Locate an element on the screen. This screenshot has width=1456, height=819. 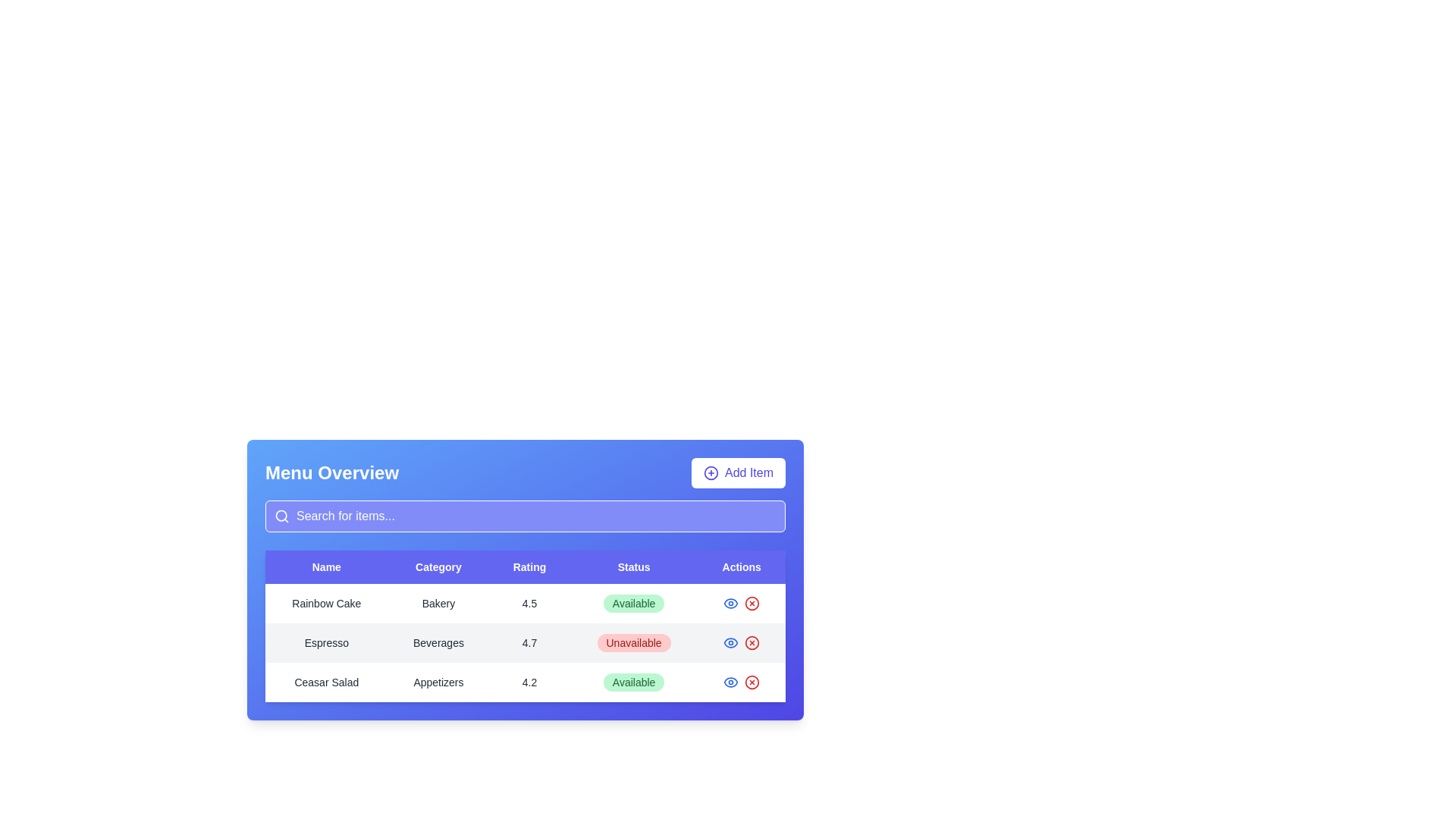
the Text label indicating the category of the menu item under 'Ceasar Salad', which is located in the second cell of the 'Category' column in the table is located at coordinates (438, 681).